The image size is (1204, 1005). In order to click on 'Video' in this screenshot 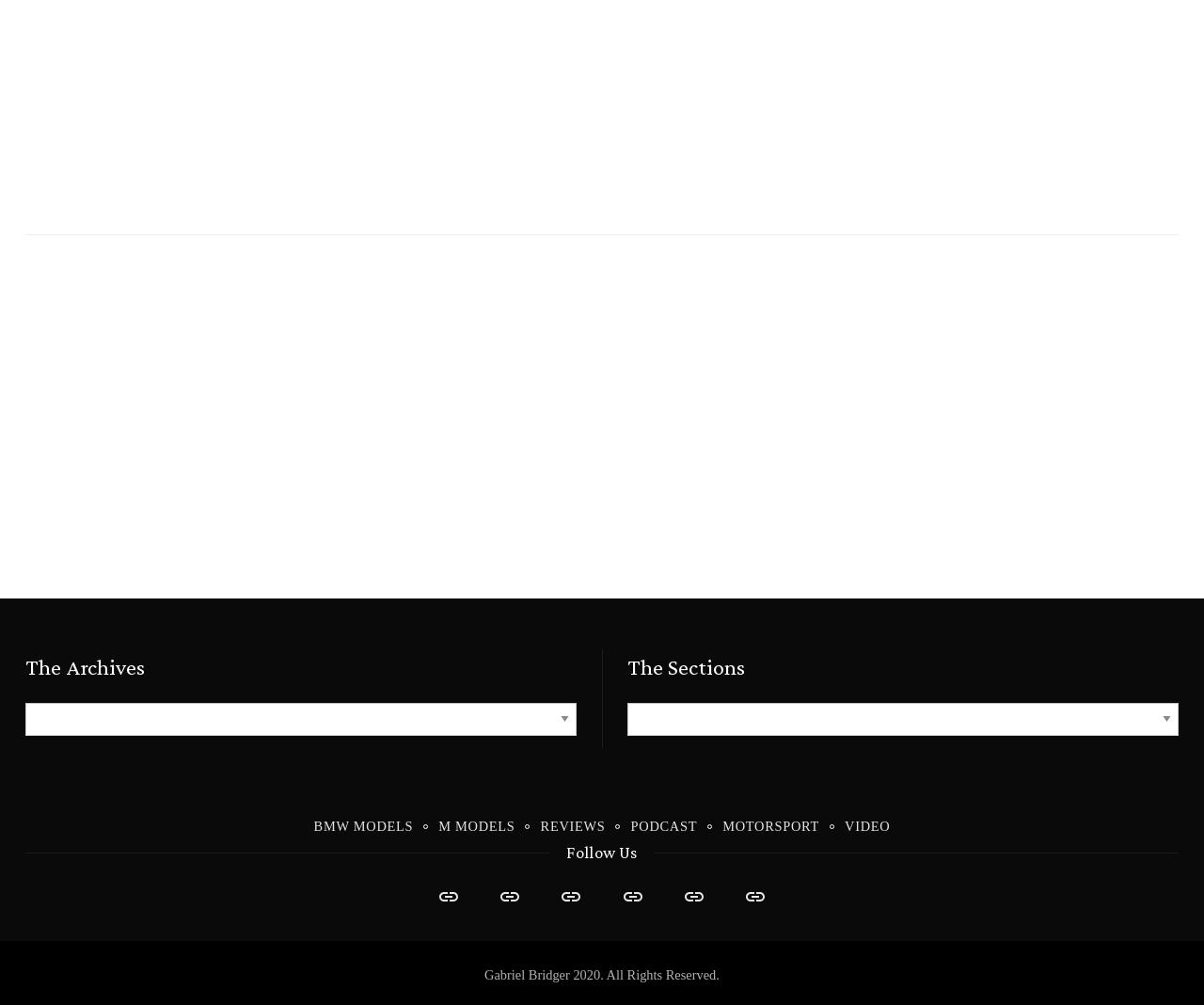, I will do `click(865, 824)`.